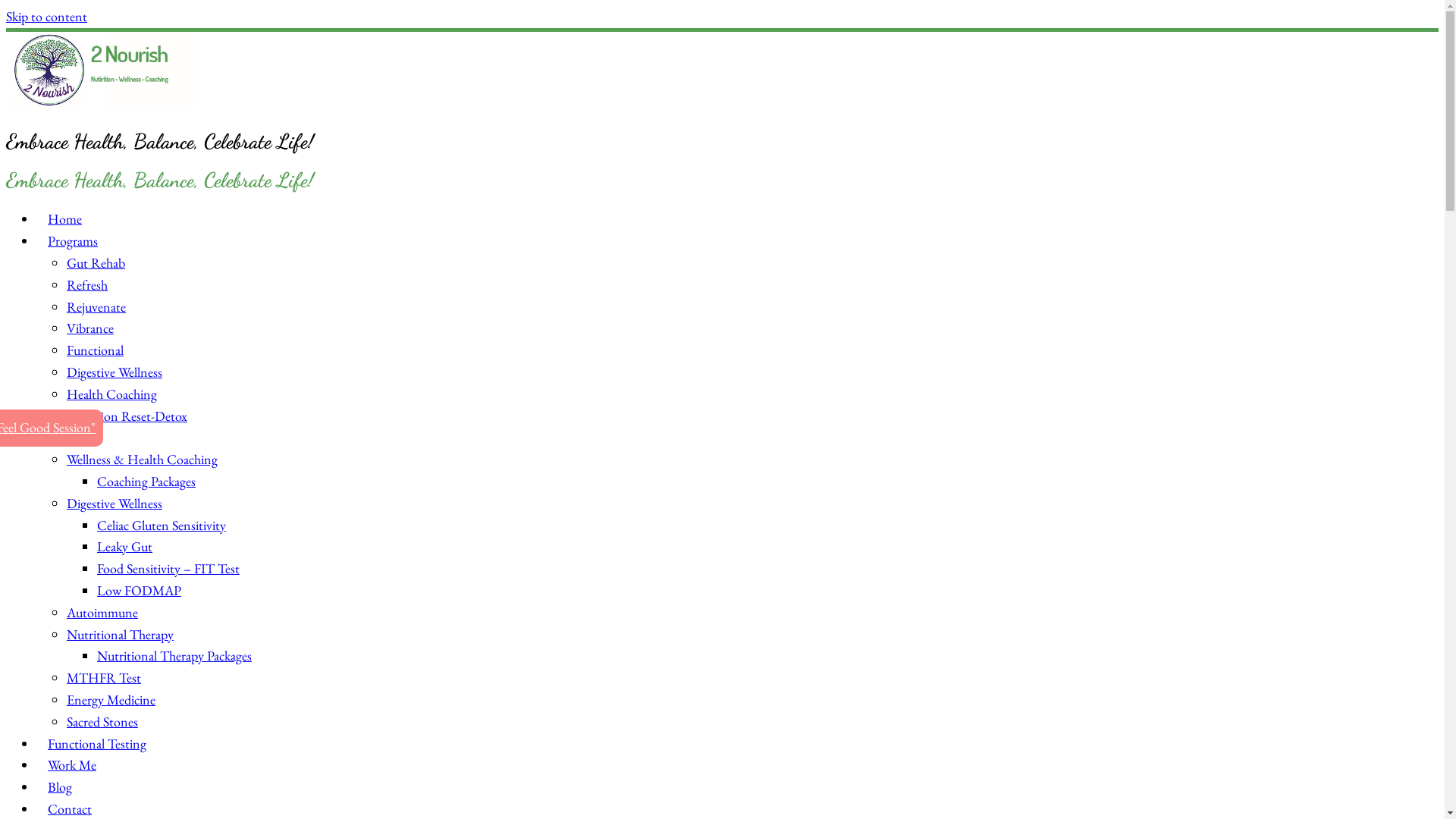  What do you see at coordinates (65, 720) in the screenshot?
I see `'Sacred Stones'` at bounding box center [65, 720].